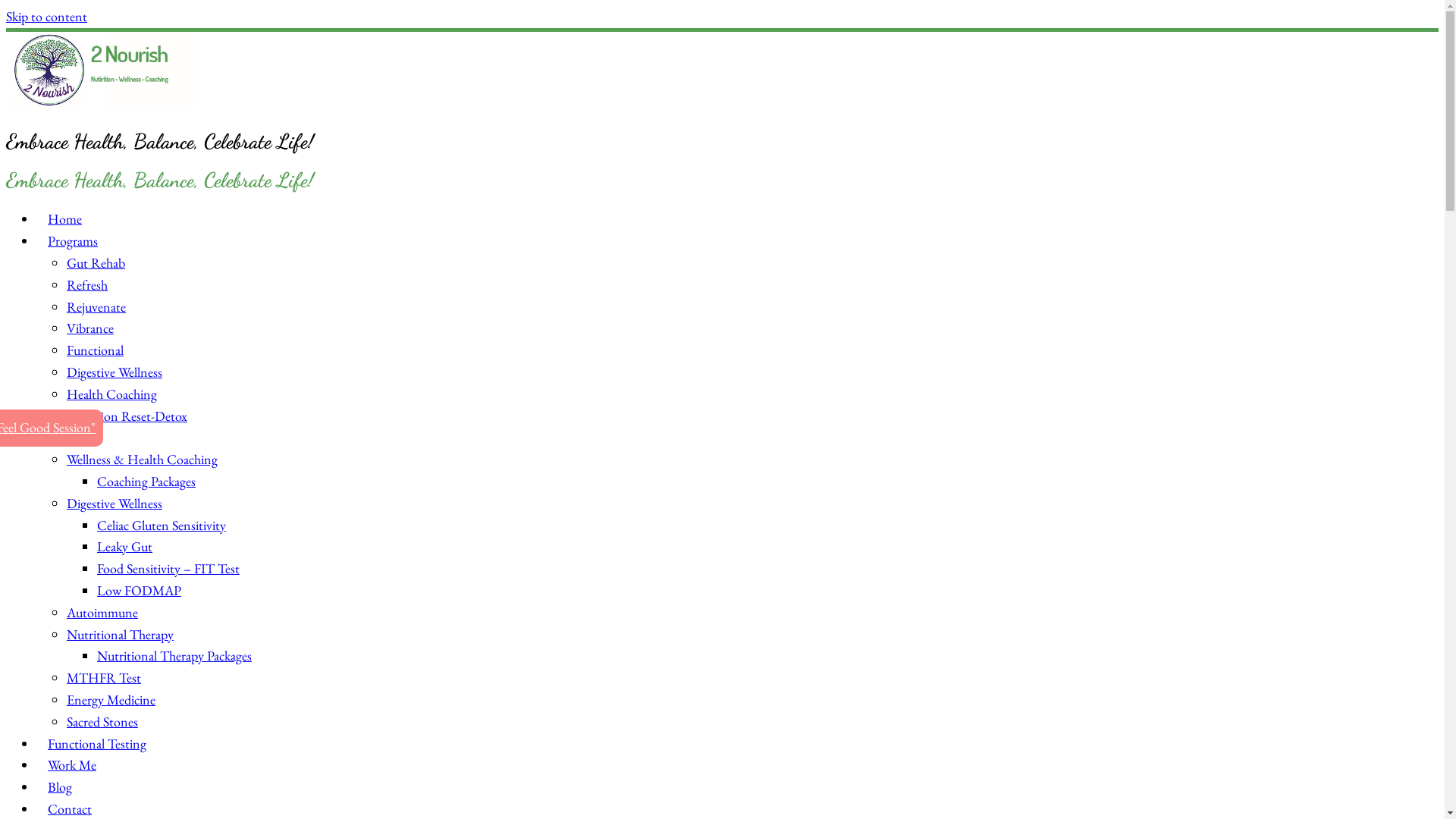  What do you see at coordinates (65, 720) in the screenshot?
I see `'Sacred Stones'` at bounding box center [65, 720].